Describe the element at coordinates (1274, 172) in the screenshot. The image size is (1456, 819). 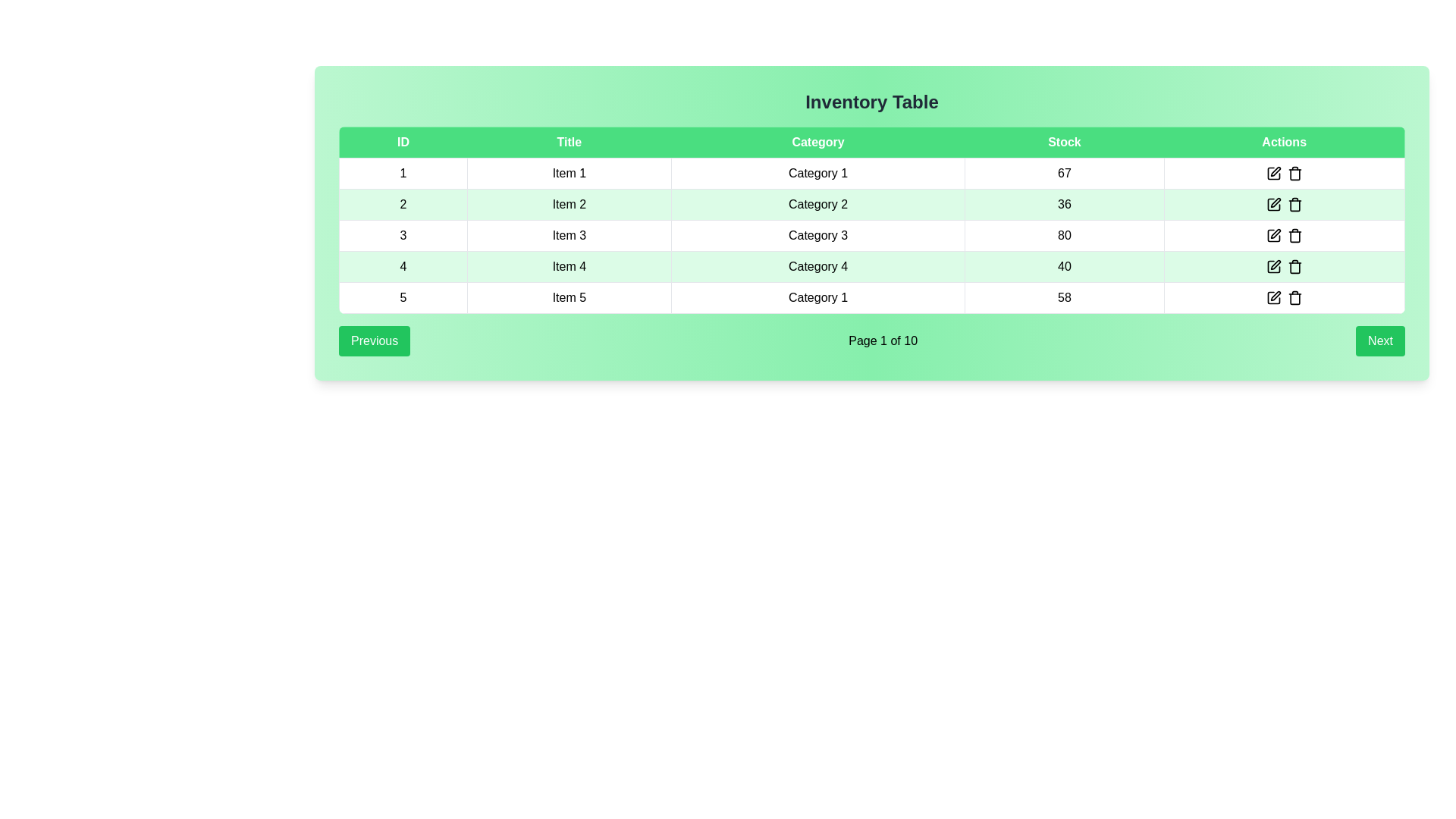
I see `the edit action icon button located in the 'Actions' column of the first row in the inventory table to initiate an edit action` at that location.